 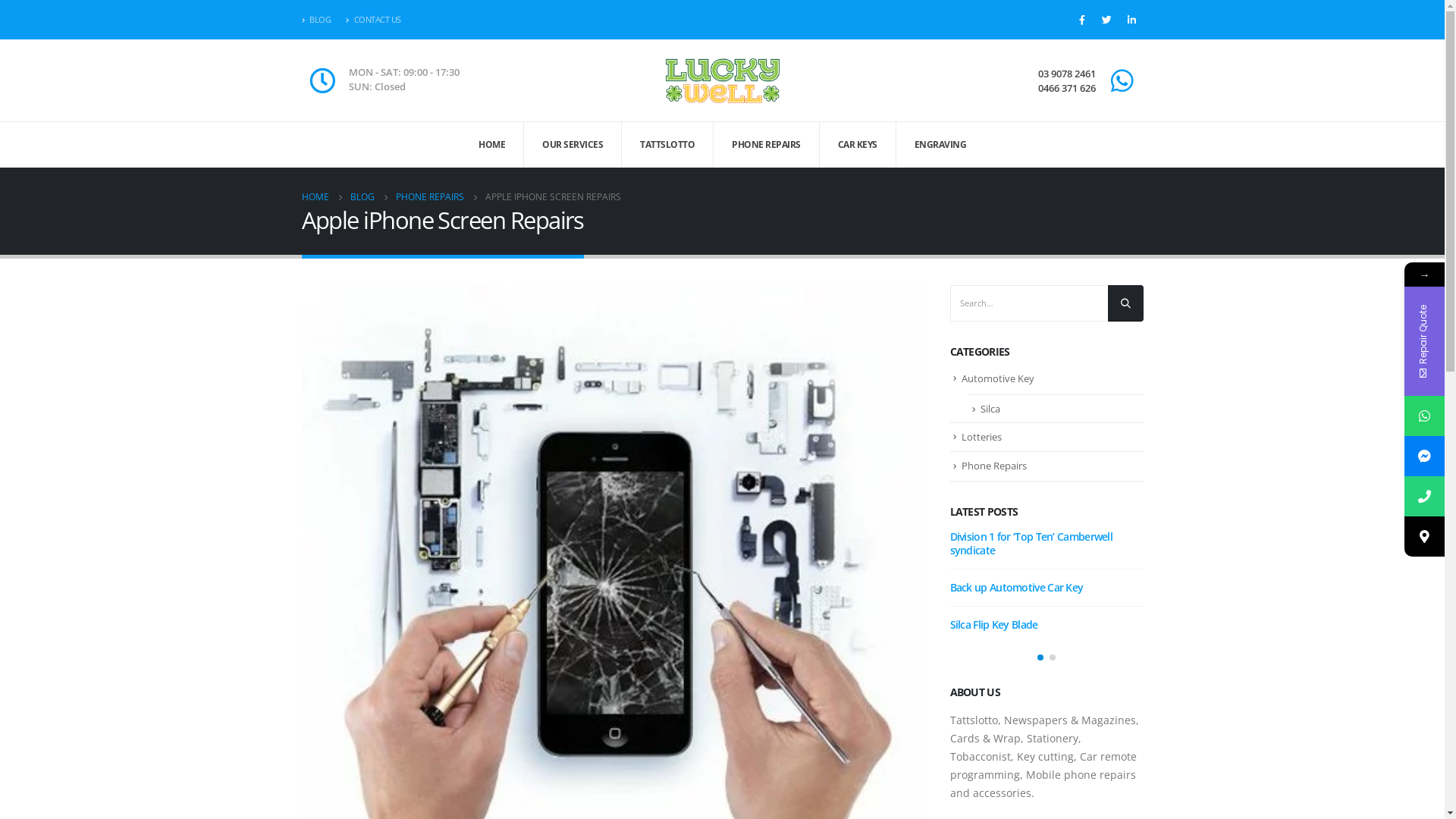 I want to click on 'OUR SERVICES', so click(x=572, y=145).